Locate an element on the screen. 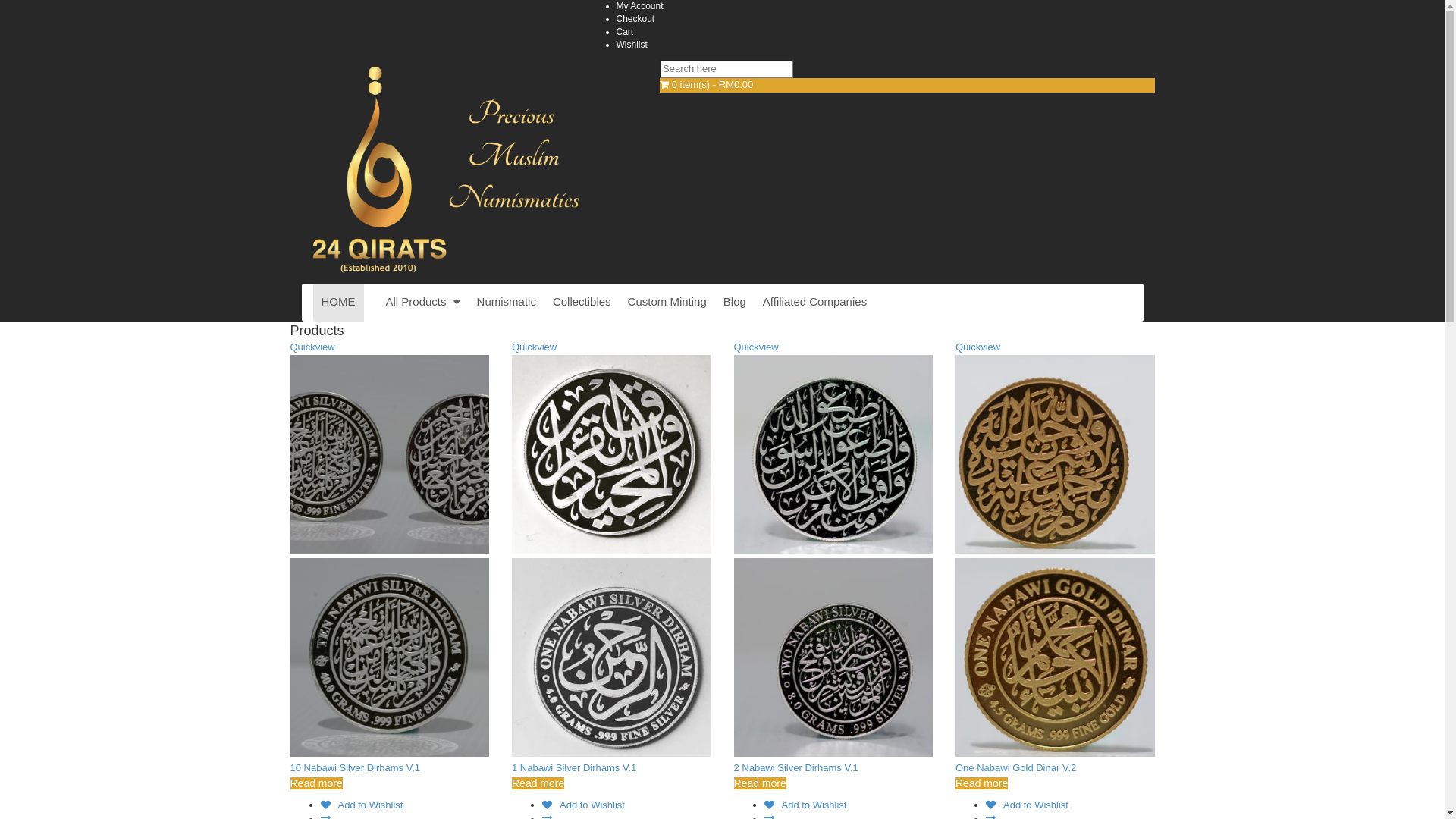  'Cart' is located at coordinates (624, 32).